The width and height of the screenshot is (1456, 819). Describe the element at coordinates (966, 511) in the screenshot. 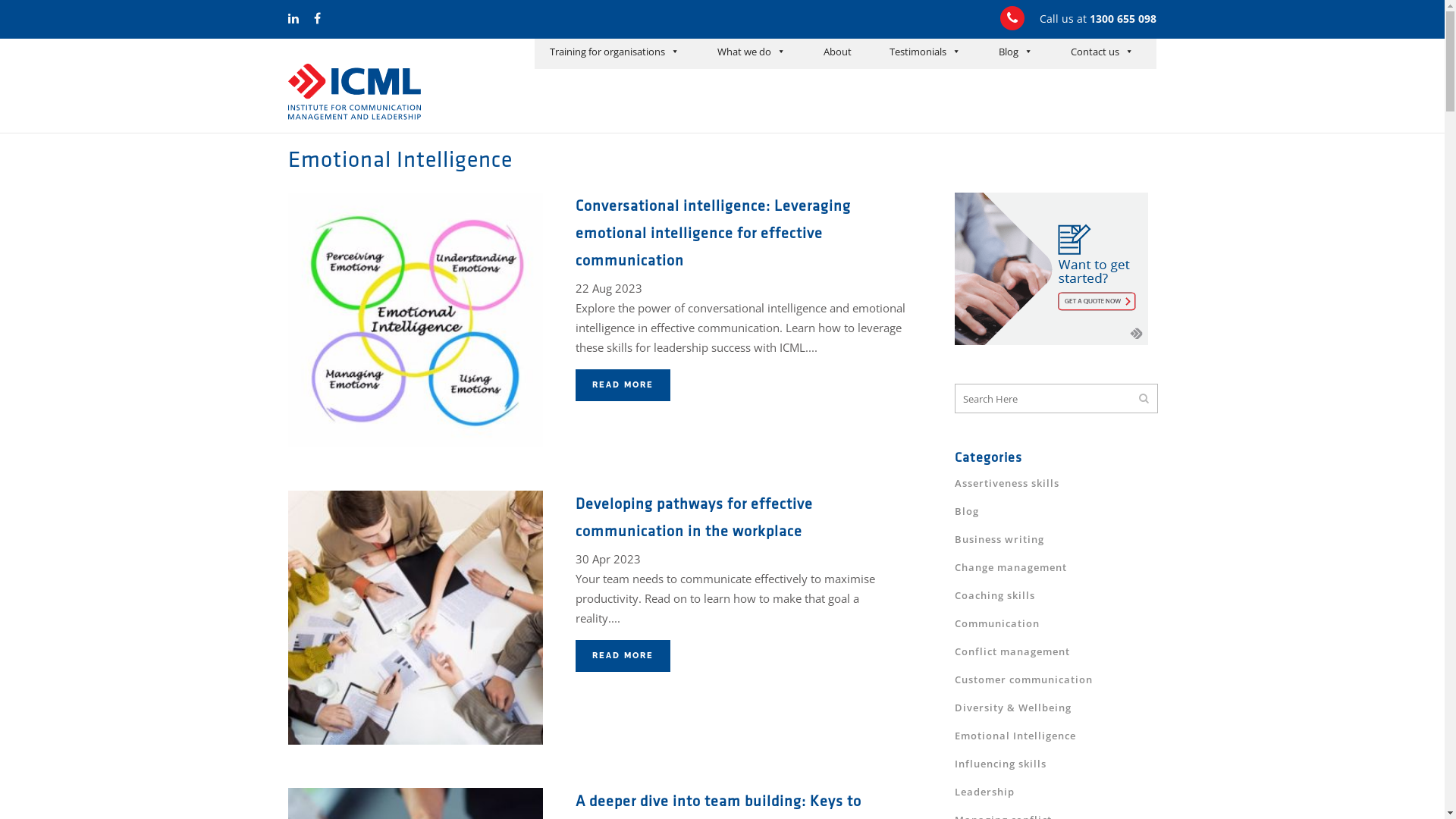

I see `'Blog'` at that location.